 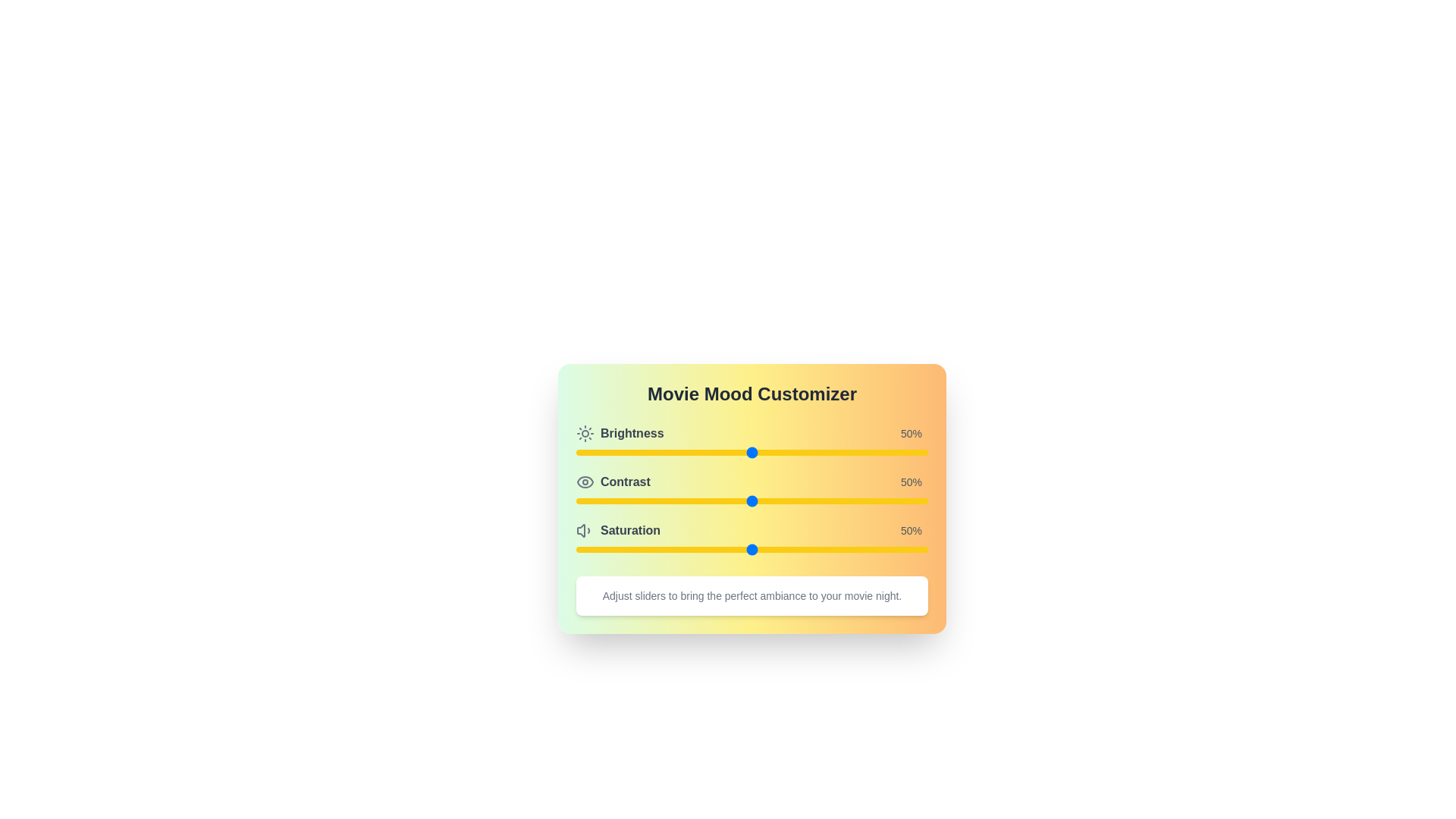 I want to click on the text label displaying '50%' in gray color, located to the far right of the 'Contrast' section, so click(x=910, y=482).